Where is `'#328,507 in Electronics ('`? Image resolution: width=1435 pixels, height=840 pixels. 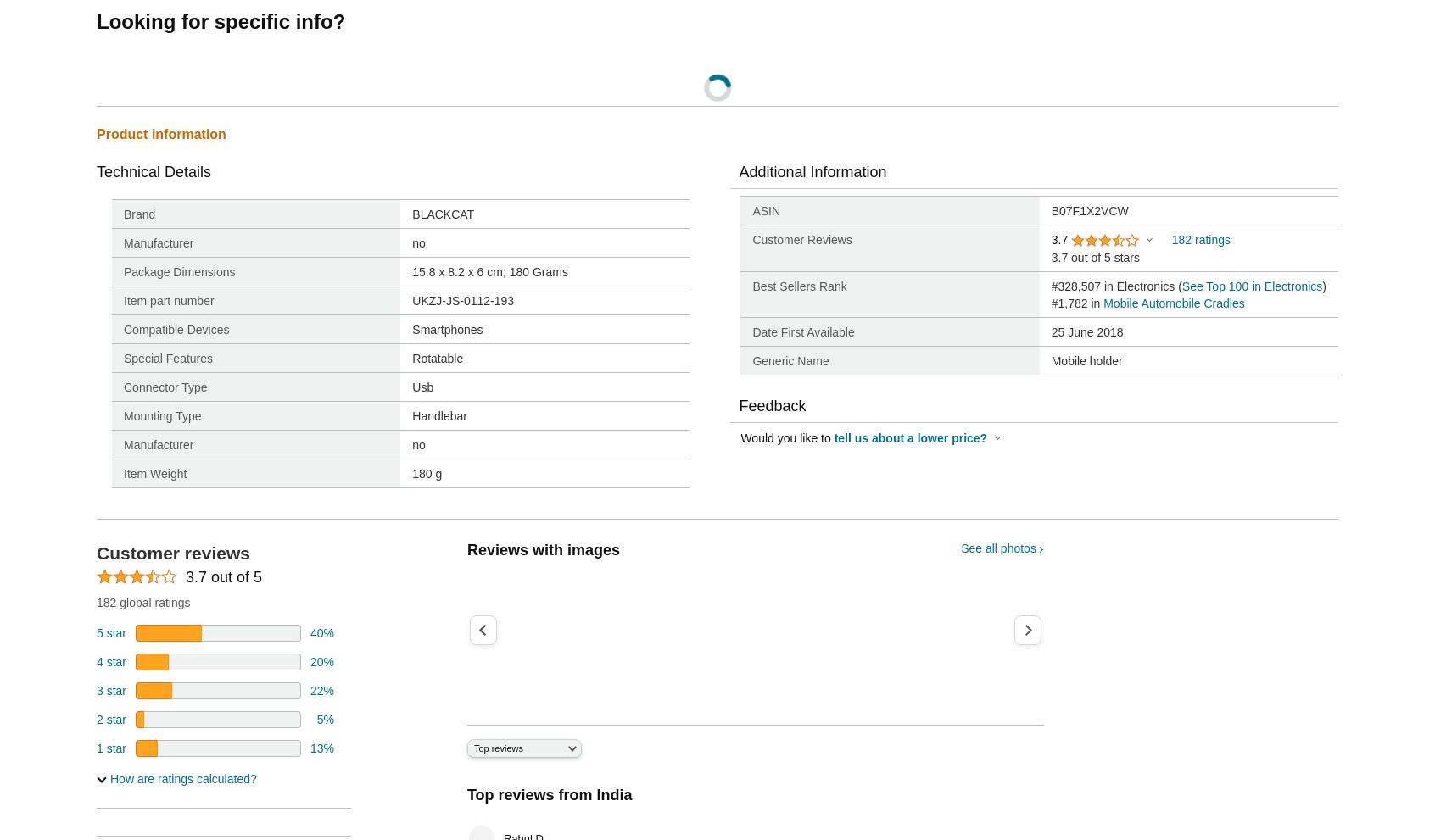 '#328,507 in Electronics (' is located at coordinates (1115, 286).